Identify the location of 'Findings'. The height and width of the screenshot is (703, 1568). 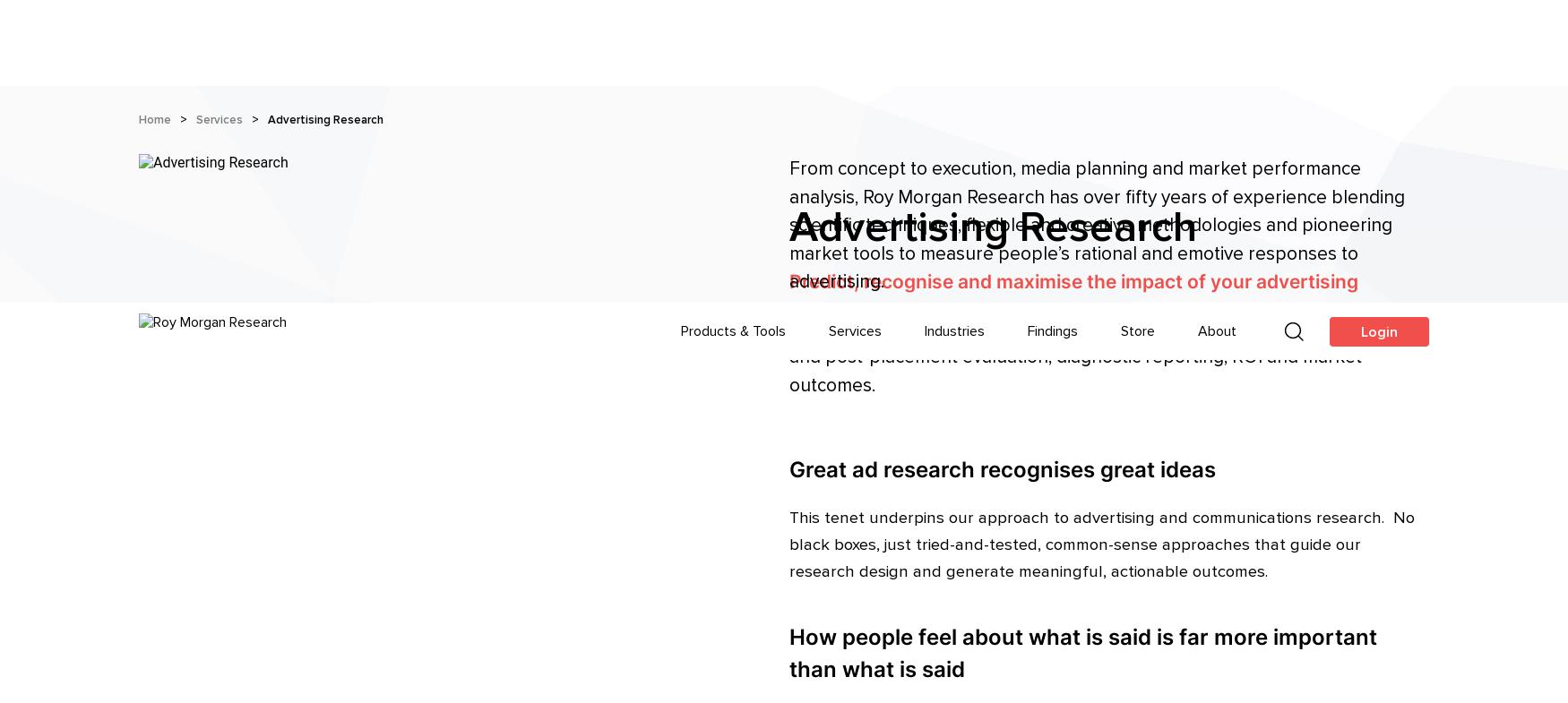
(1051, 27).